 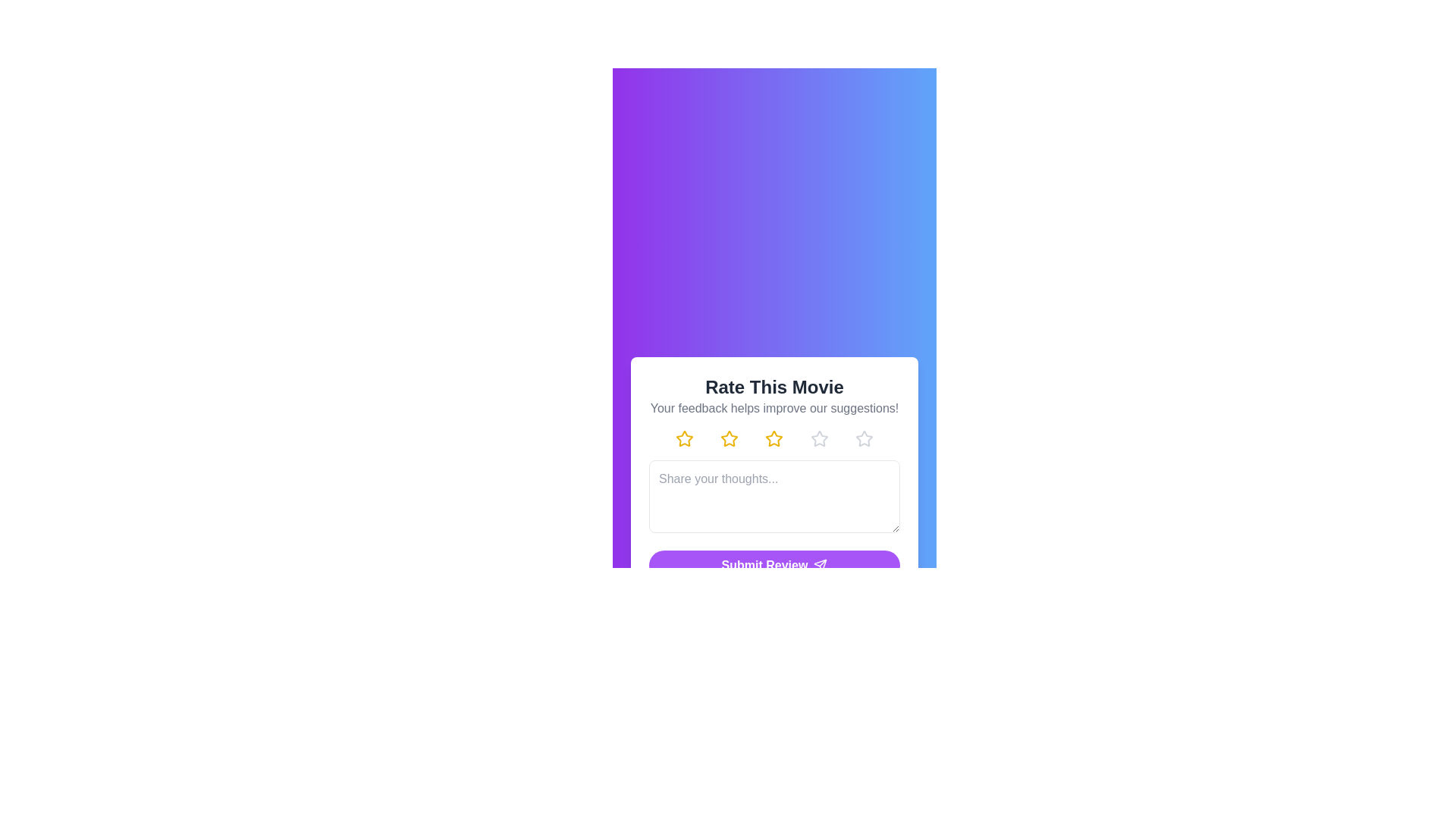 What do you see at coordinates (774, 395) in the screenshot?
I see `the 'Rate This Movie' text label, which is positioned at the top-center of its card layout, above the rating stars and text input field` at bounding box center [774, 395].